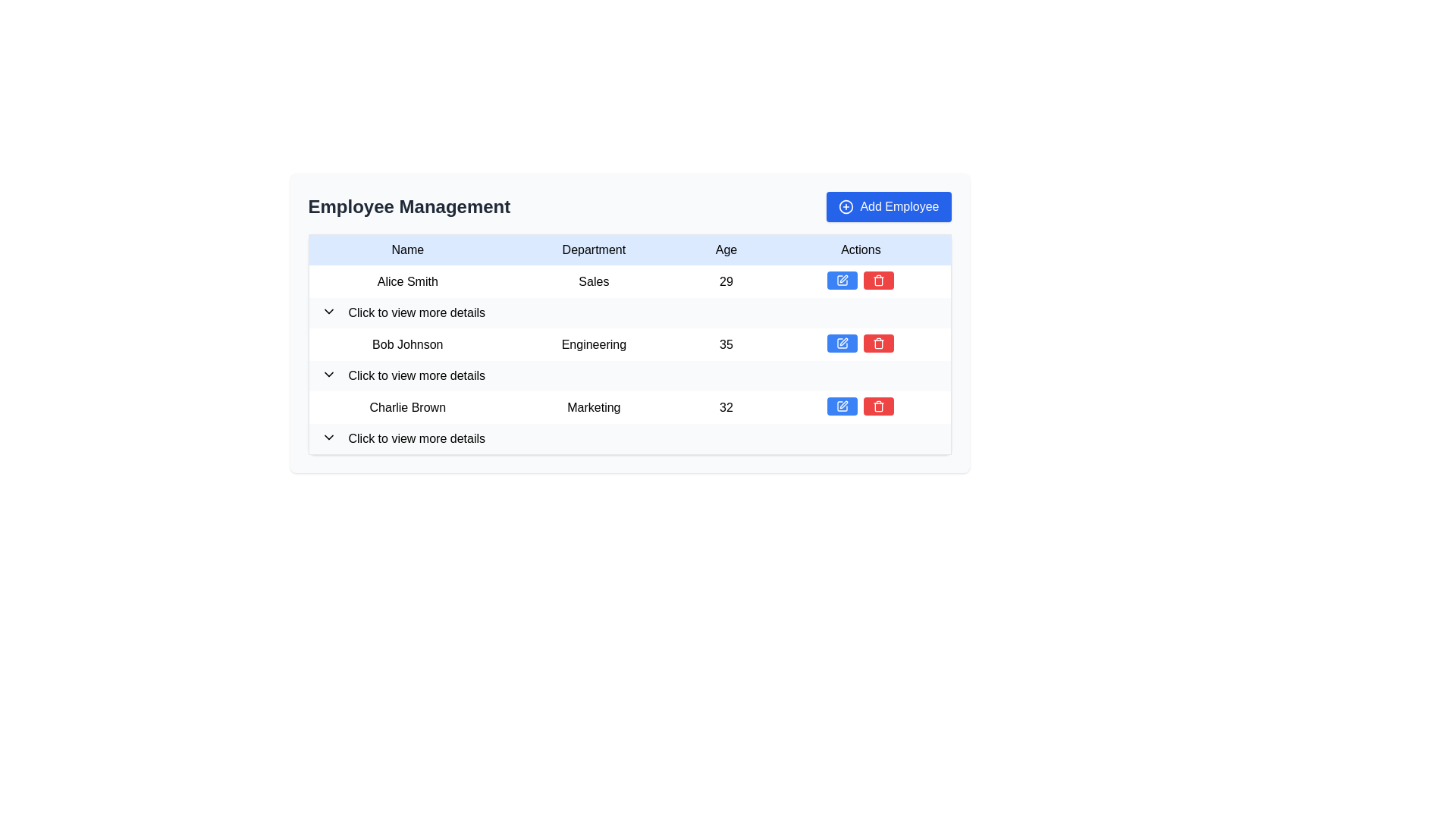 The image size is (1456, 819). Describe the element at coordinates (879, 281) in the screenshot. I see `the delete icon button located in the 'Actions' column of the Employee Management table, specifically the second button in the 'Actions' group` at that location.